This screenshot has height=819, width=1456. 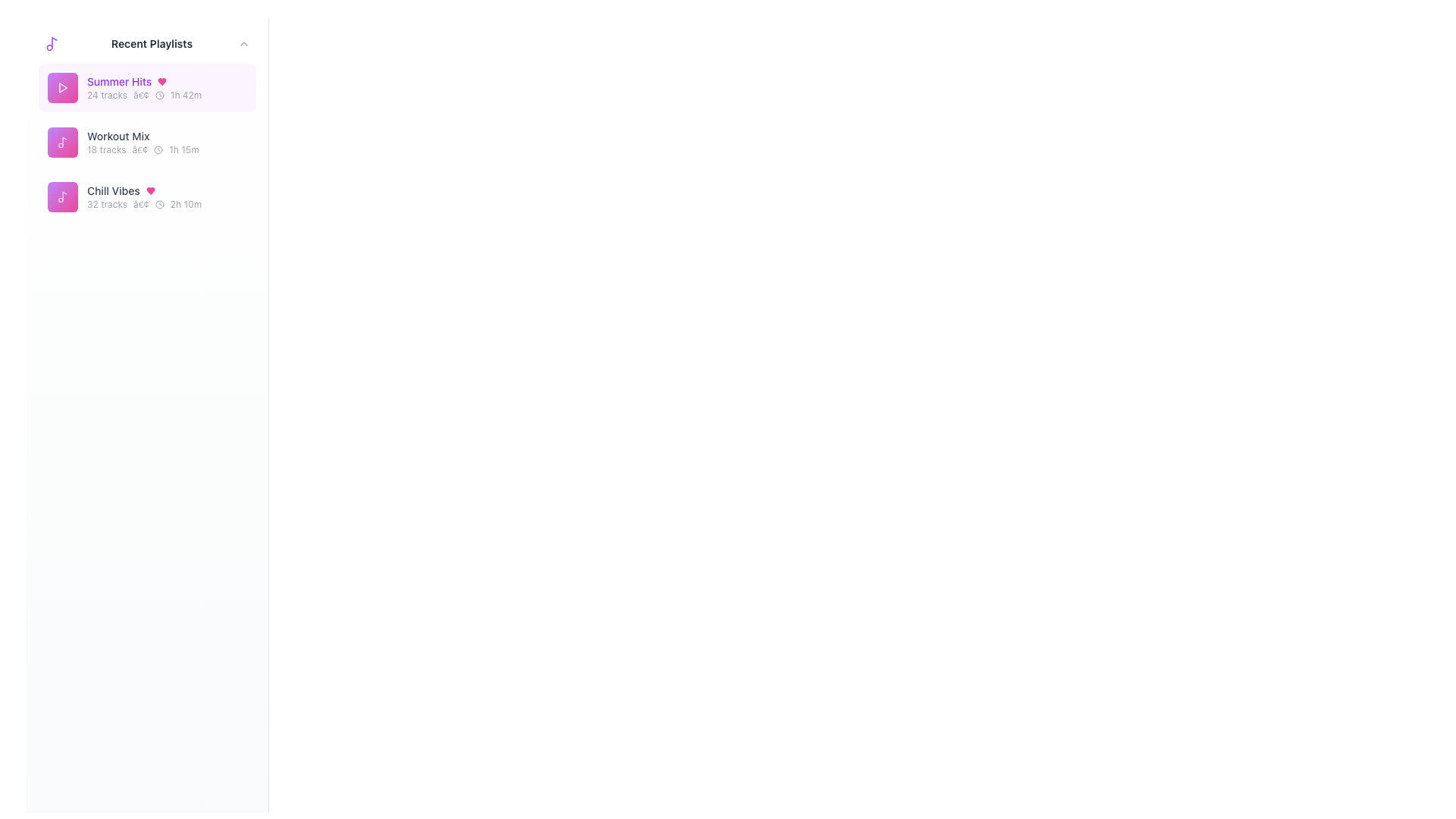 I want to click on the 'Chill Vibes' playlist card, so click(x=147, y=196).